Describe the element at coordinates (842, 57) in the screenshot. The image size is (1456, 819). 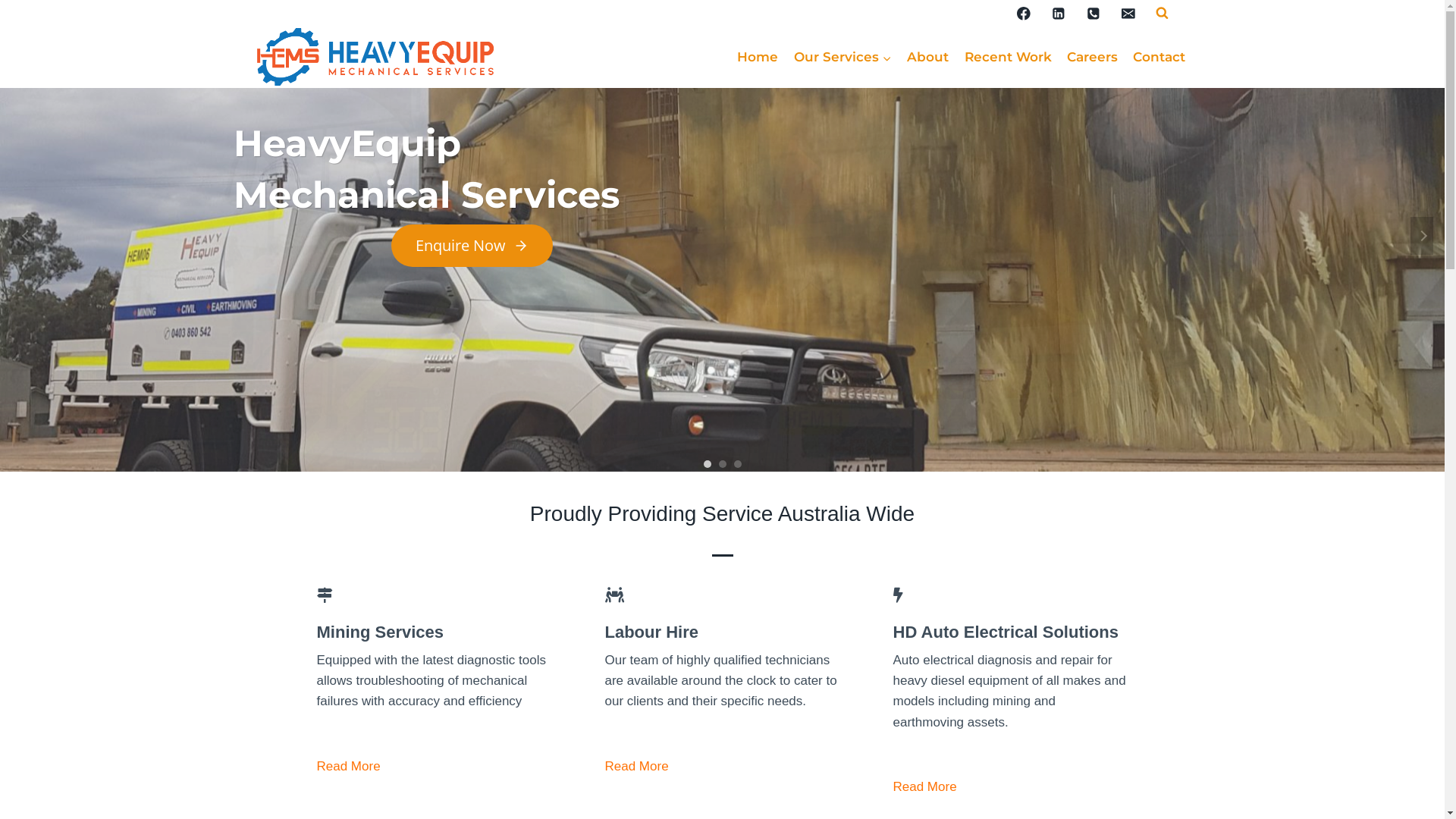
I see `'Our Services'` at that location.